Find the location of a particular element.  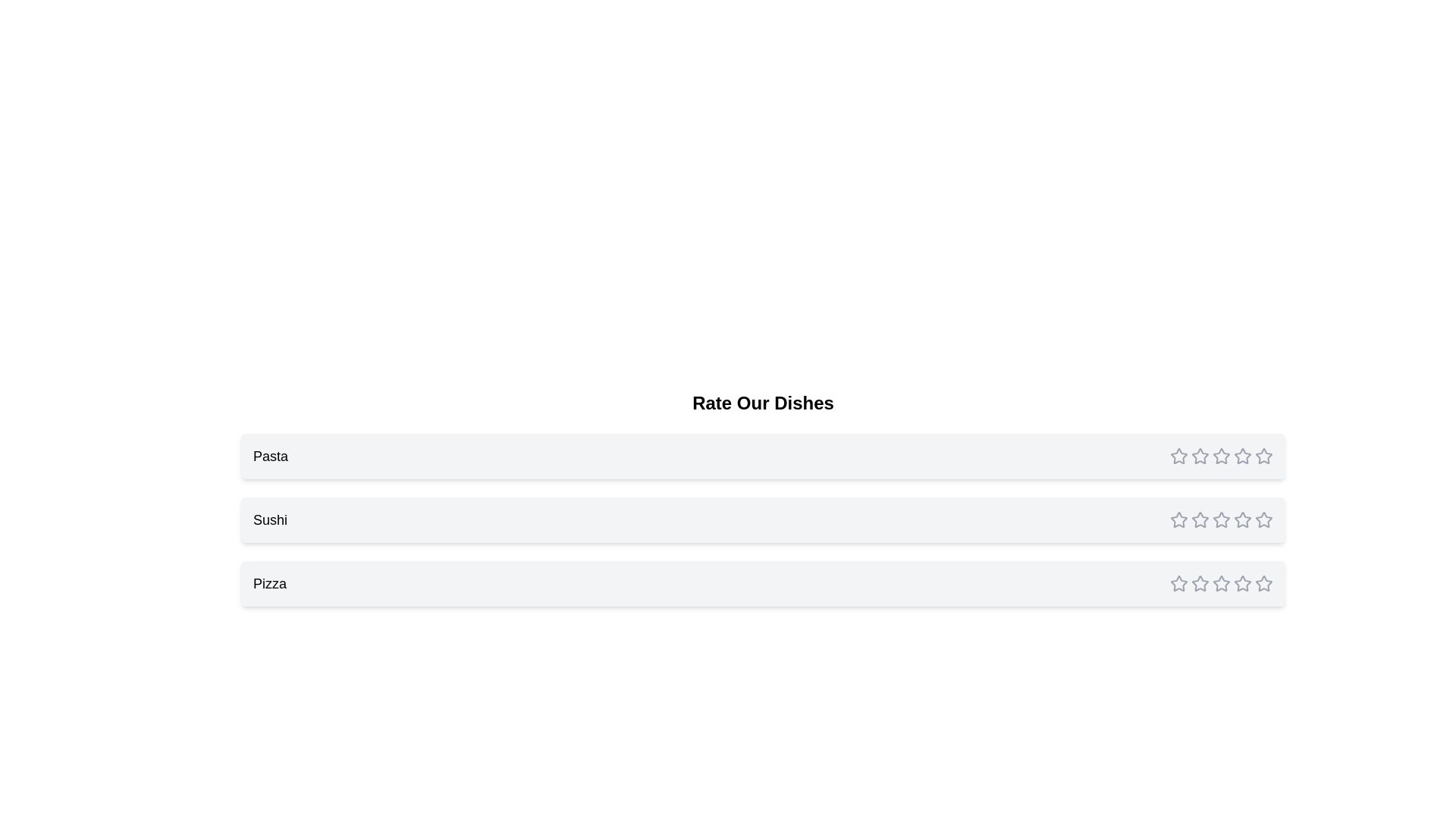

the header text block that indicates the purpose of the section for rating dishes, located at the top of the section with dishes labeled 'Pasta', 'Sushi', and 'Pizza' is located at coordinates (763, 403).